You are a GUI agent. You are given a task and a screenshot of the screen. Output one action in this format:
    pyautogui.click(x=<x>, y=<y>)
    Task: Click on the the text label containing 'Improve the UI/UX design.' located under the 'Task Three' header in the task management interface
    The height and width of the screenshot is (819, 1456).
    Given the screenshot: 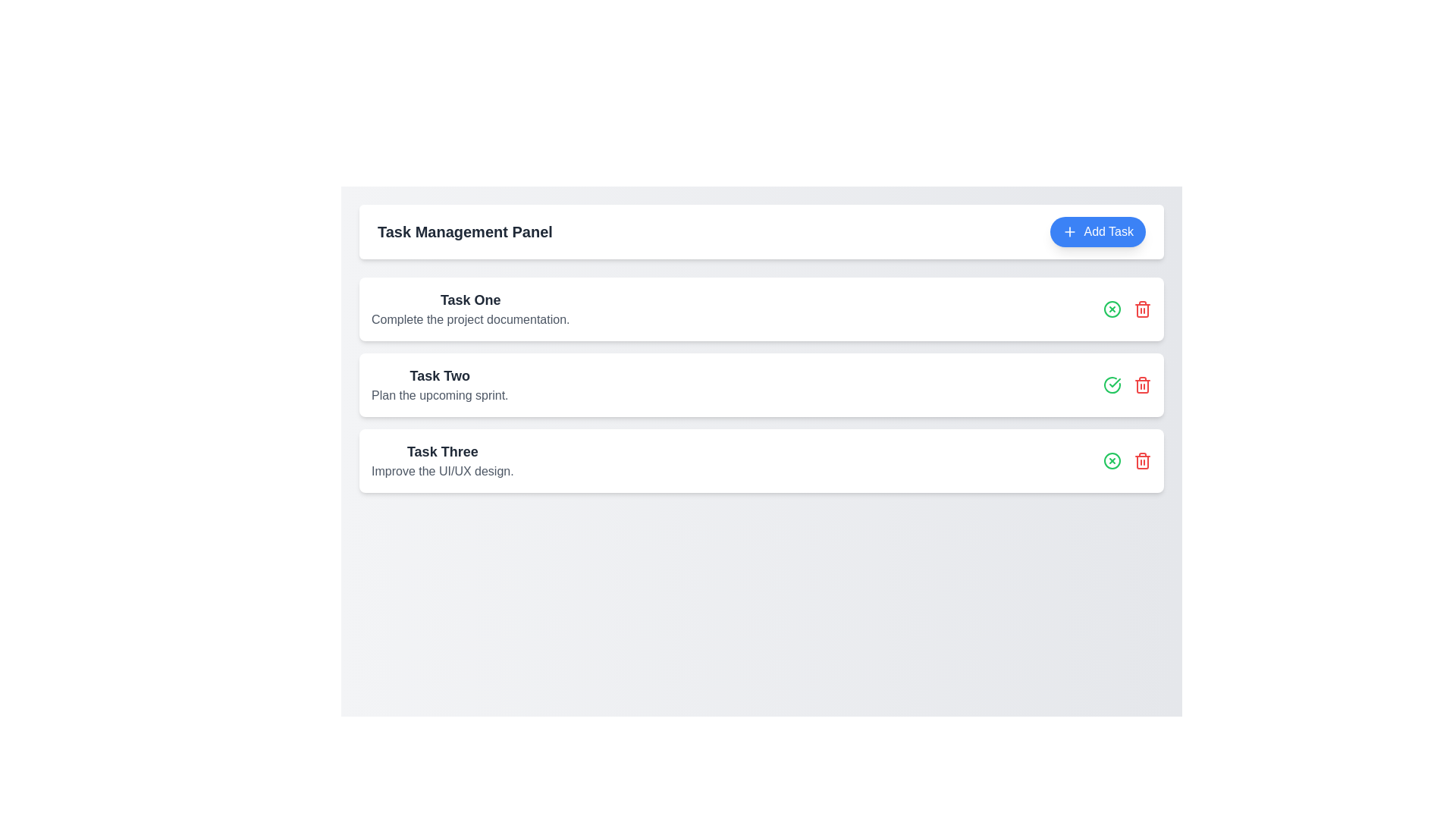 What is the action you would take?
    pyautogui.click(x=441, y=470)
    